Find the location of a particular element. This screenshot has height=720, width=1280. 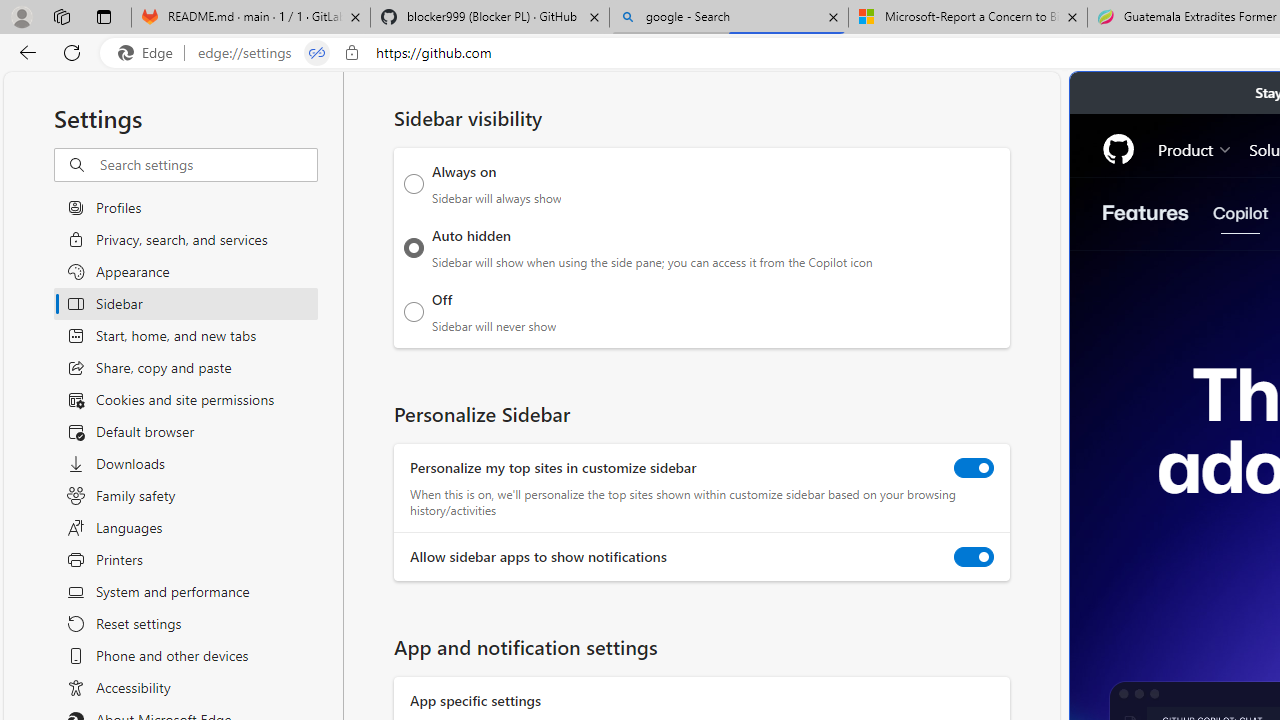

'Search settings' is located at coordinates (208, 164).